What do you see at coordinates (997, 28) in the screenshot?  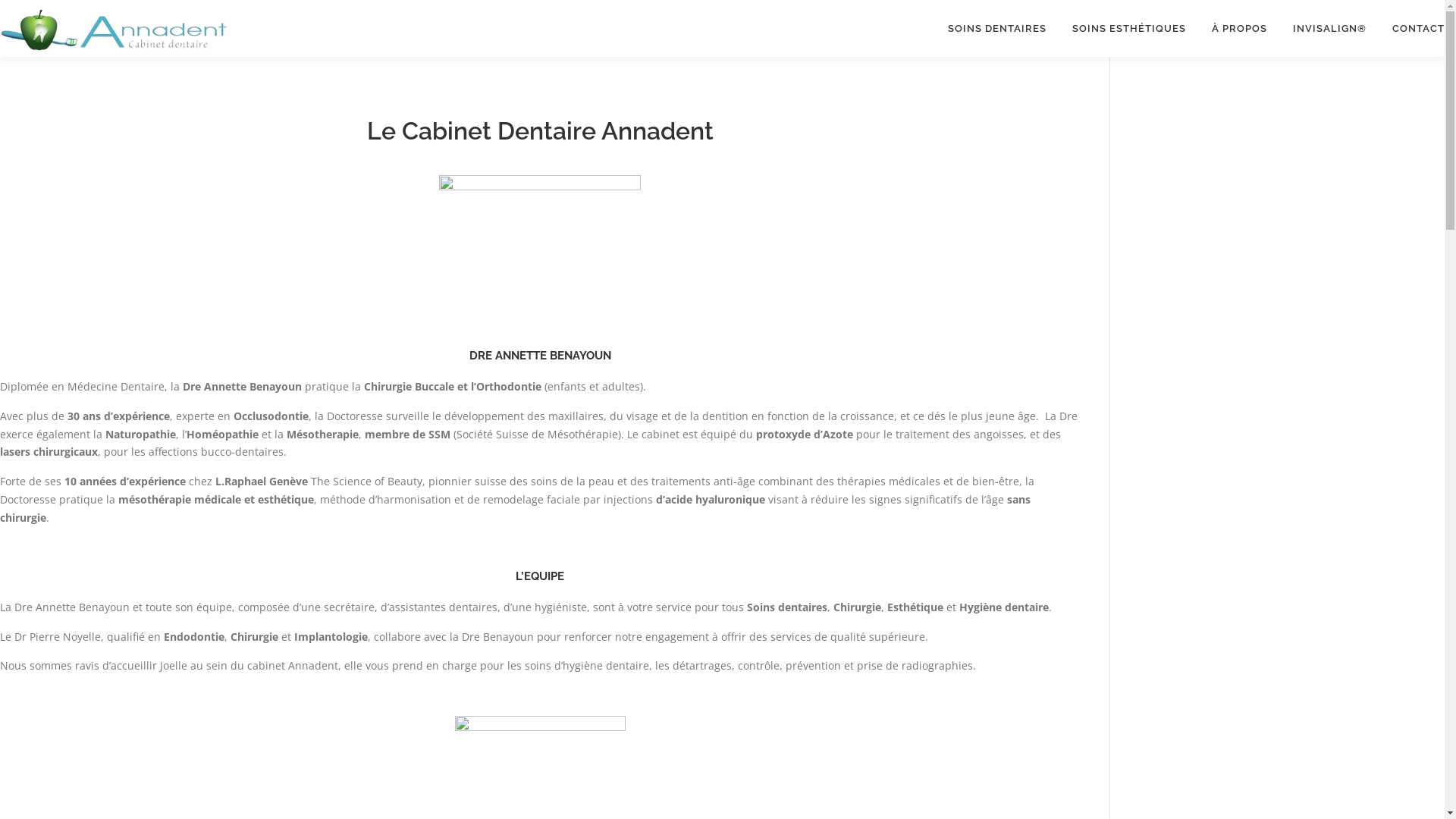 I see `'SOINS DENTAIRES'` at bounding box center [997, 28].